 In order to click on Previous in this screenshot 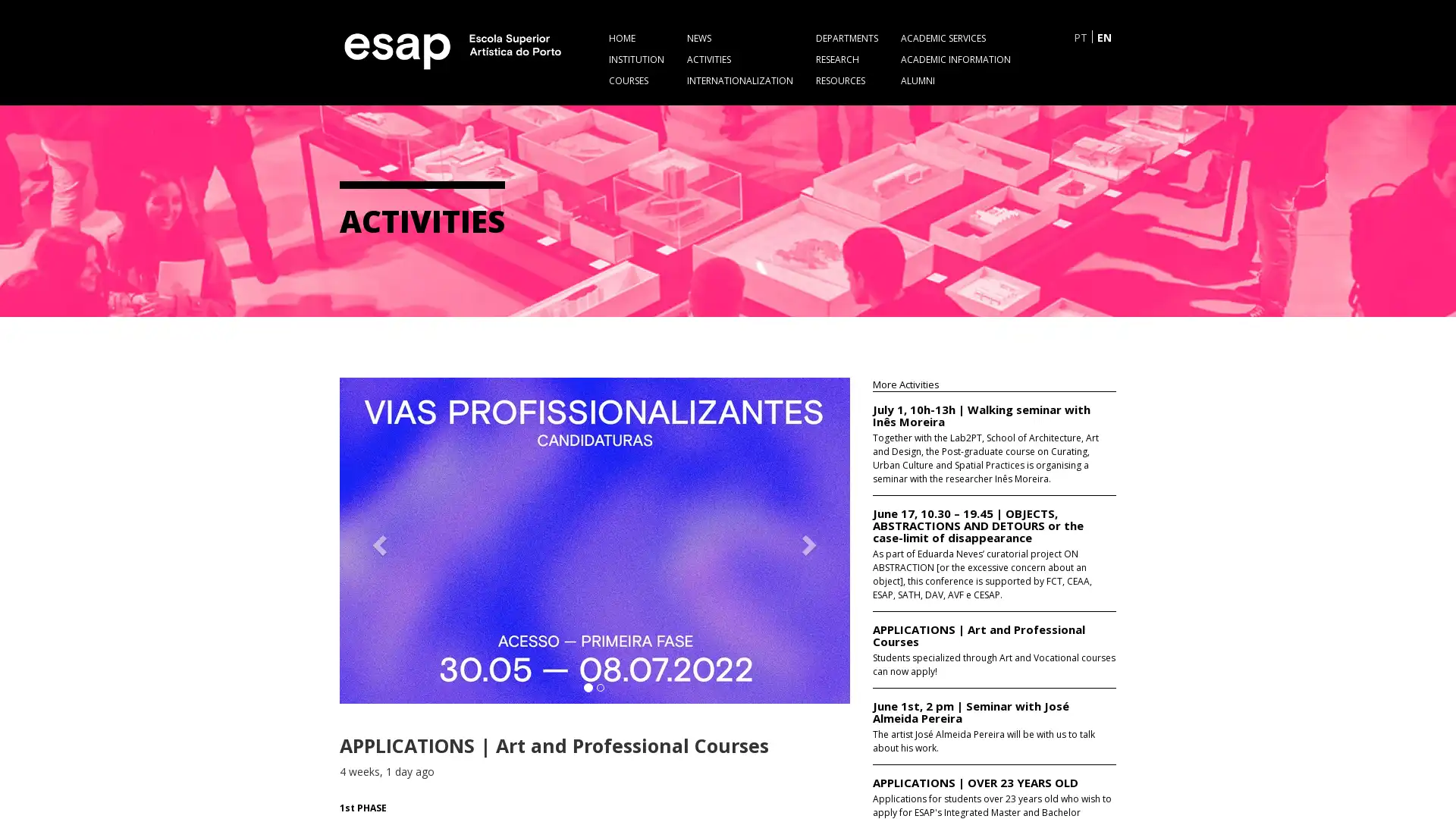, I will do `click(378, 539)`.